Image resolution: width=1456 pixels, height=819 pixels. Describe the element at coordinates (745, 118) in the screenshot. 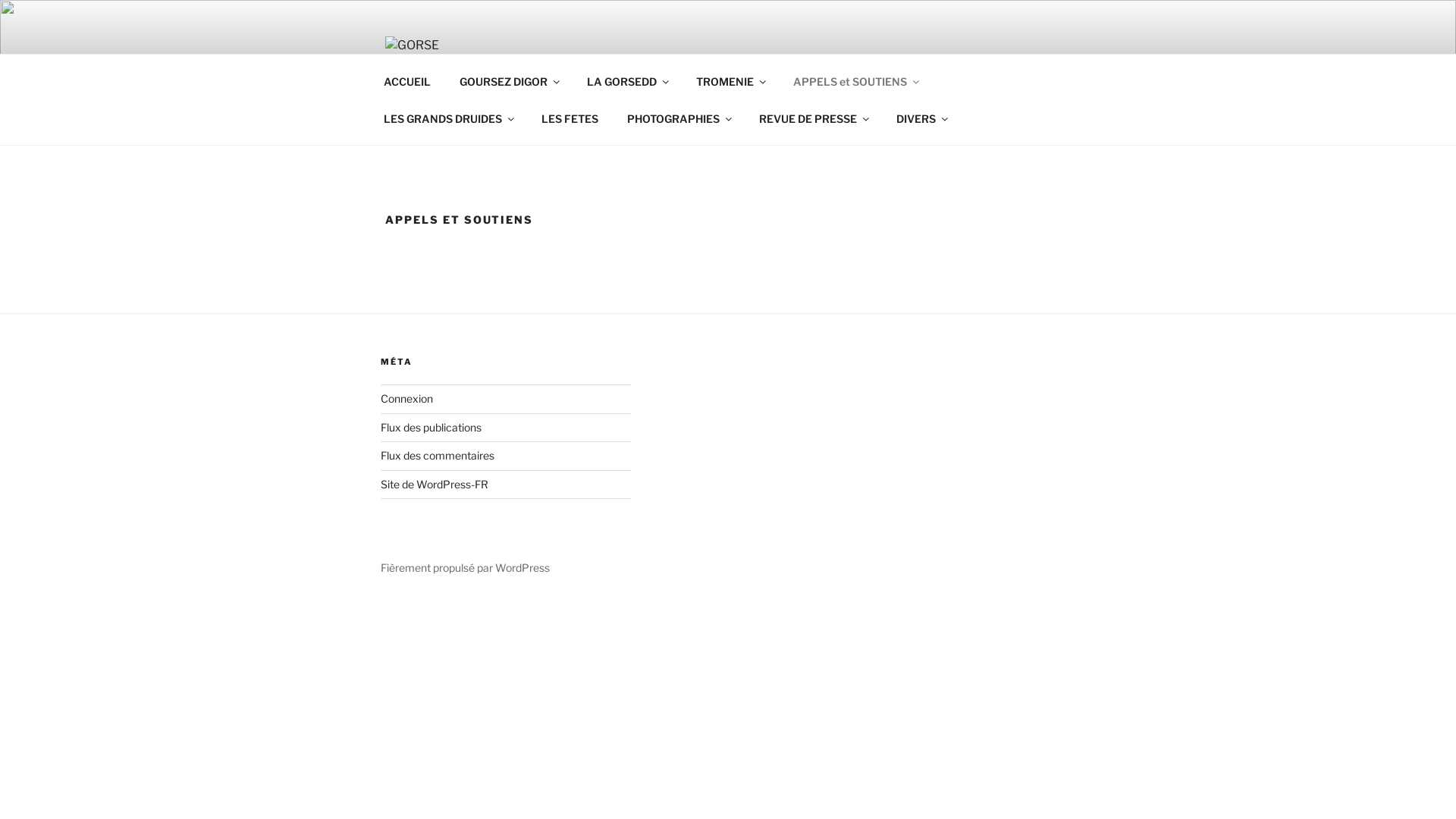

I see `'REVUE DE PRESSE'` at that location.